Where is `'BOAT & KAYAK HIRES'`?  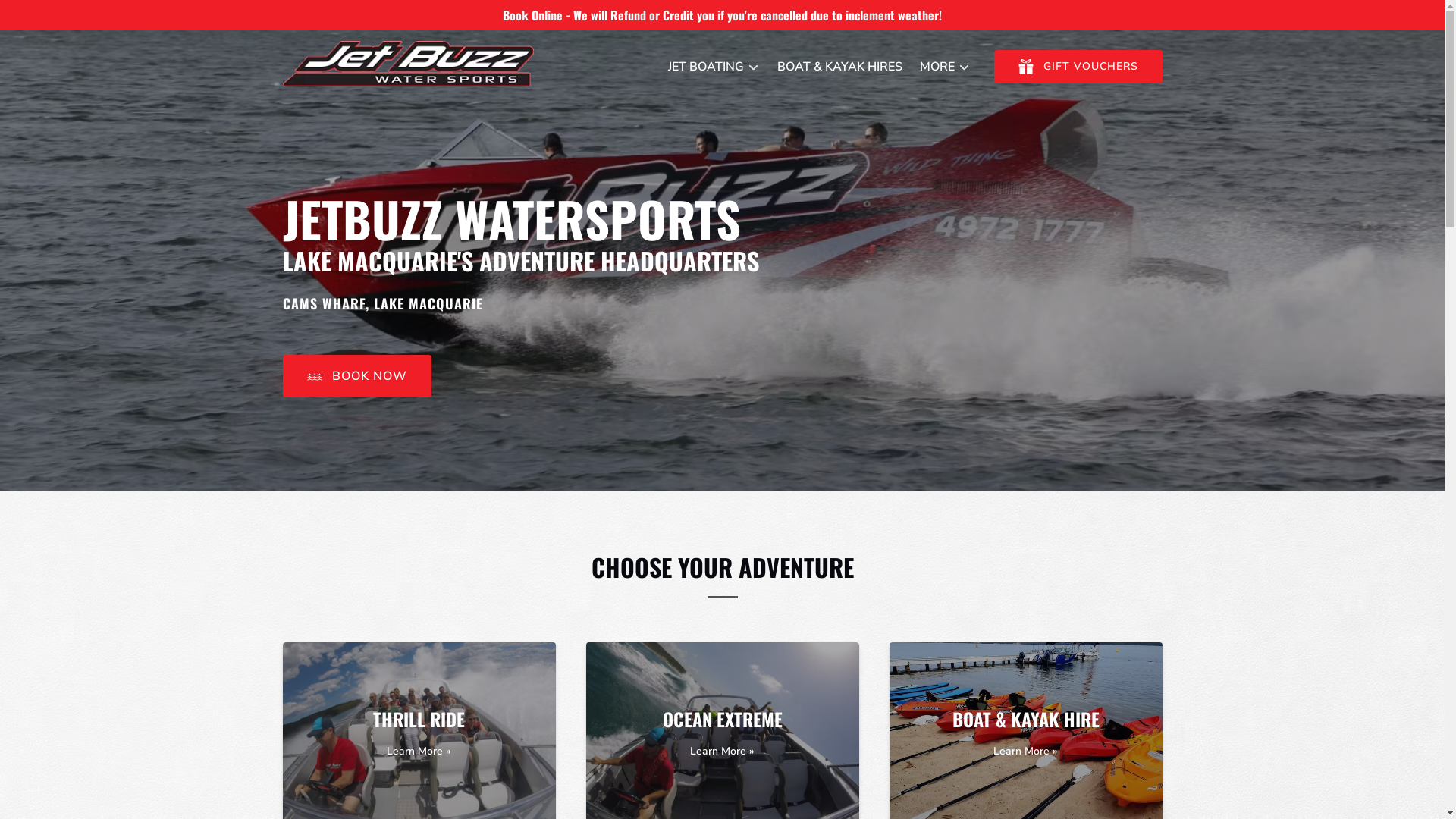
'BOAT & KAYAK HIRES' is located at coordinates (838, 66).